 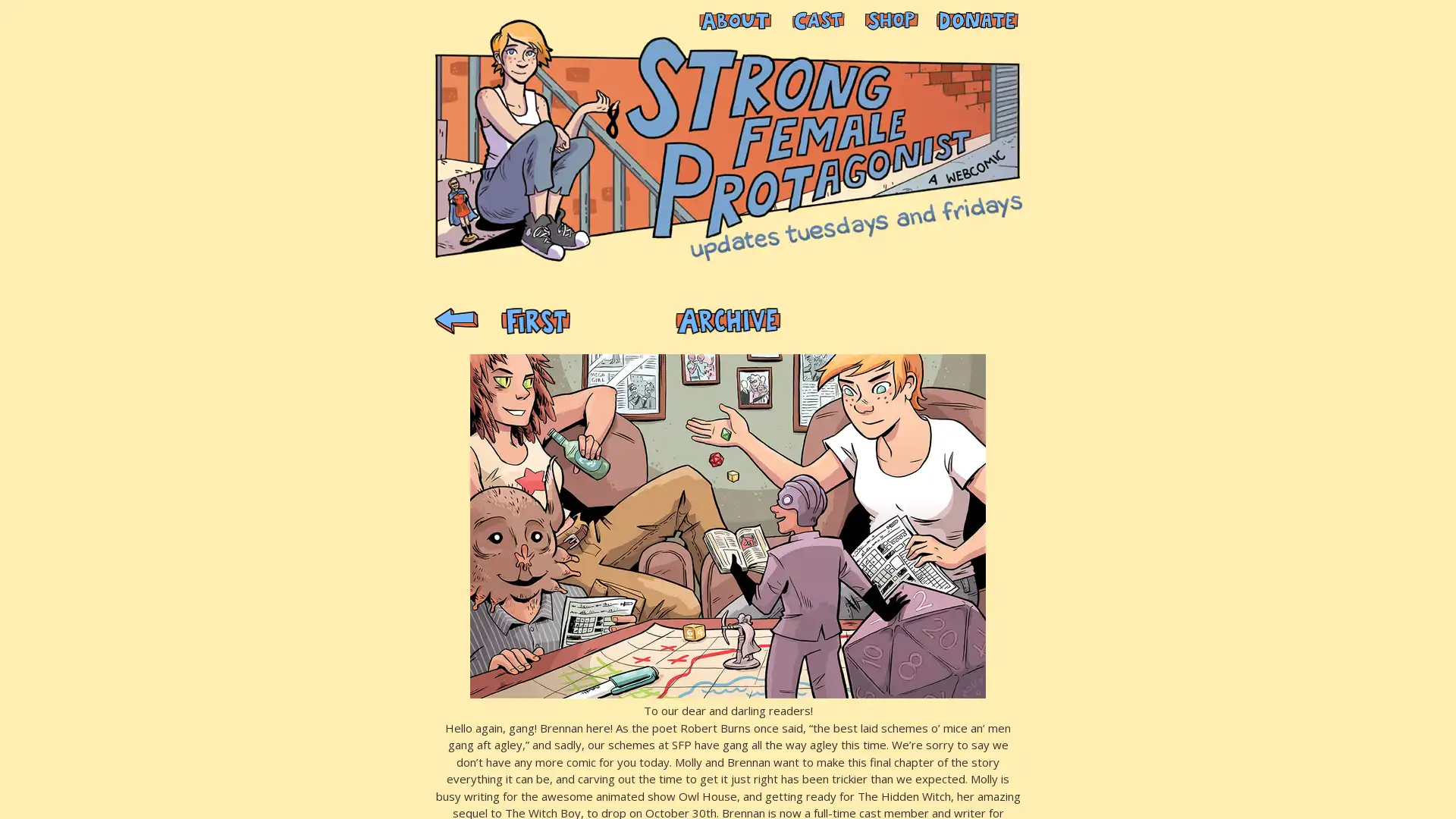 What do you see at coordinates (977, 20) in the screenshot?
I see `PayPal - The safer, easier way to pay online!` at bounding box center [977, 20].